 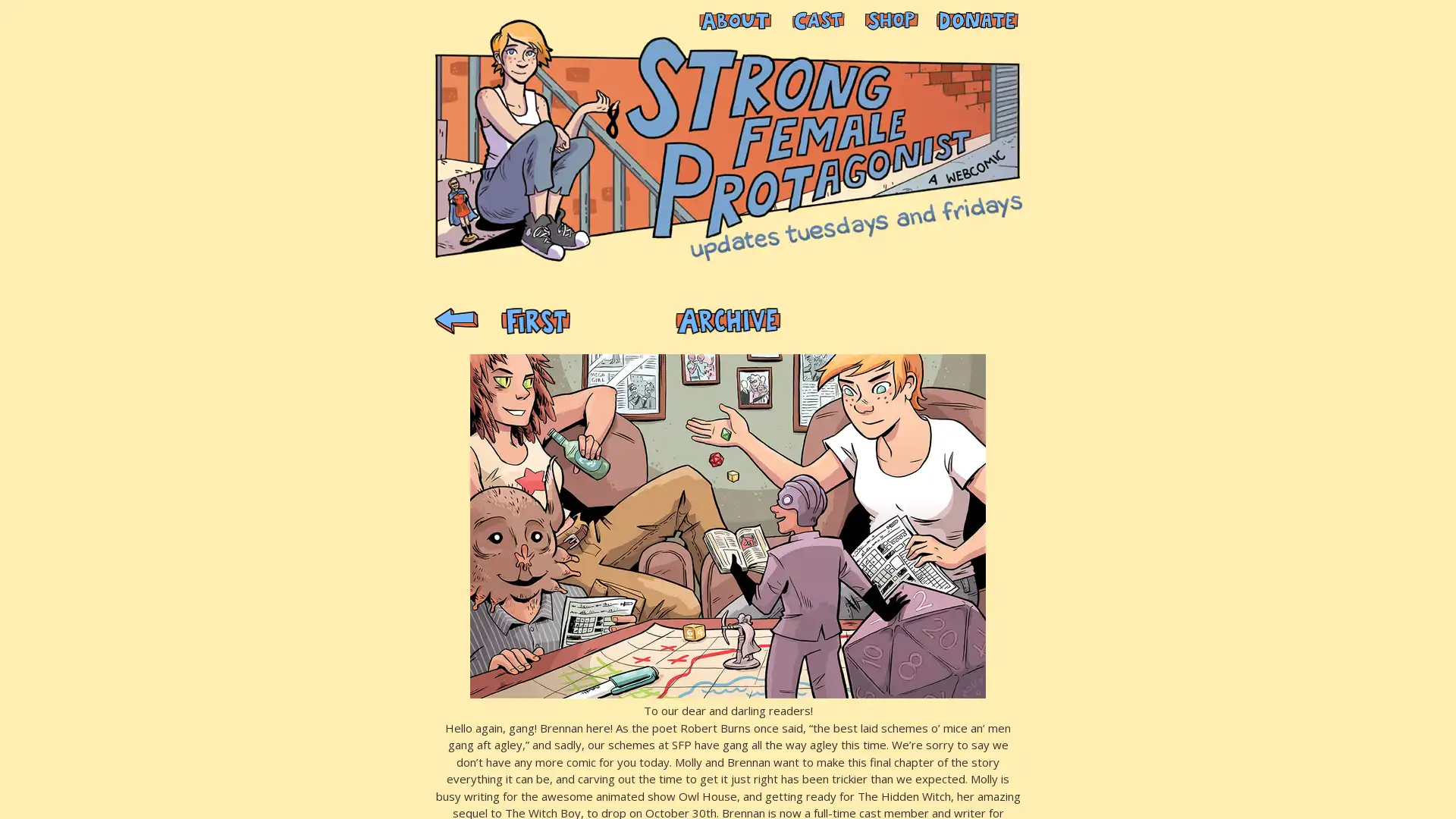 What do you see at coordinates (977, 20) in the screenshot?
I see `PayPal - The safer, easier way to pay online!` at bounding box center [977, 20].